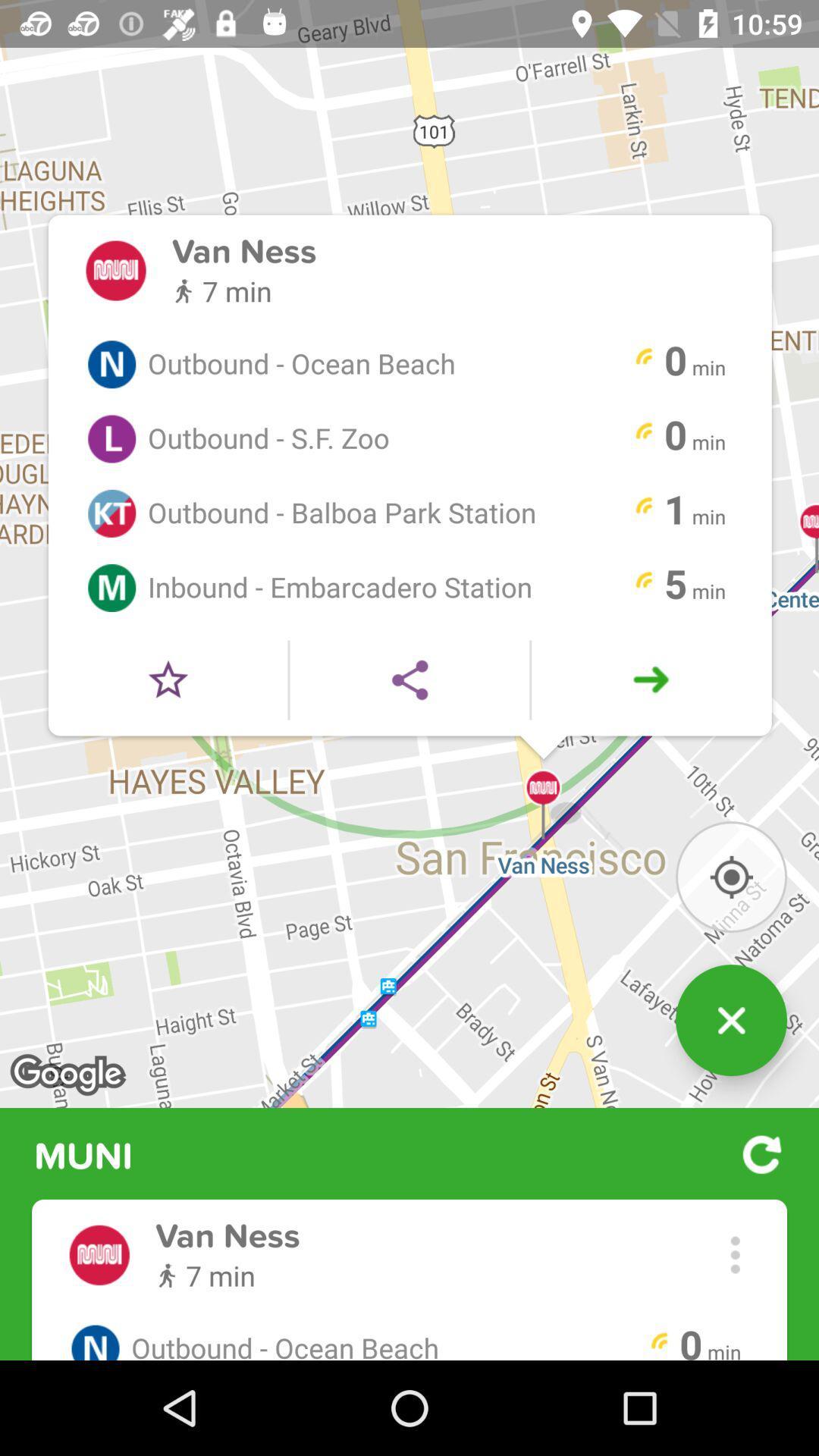 The height and width of the screenshot is (1456, 819). I want to click on the close icon, so click(730, 1092).